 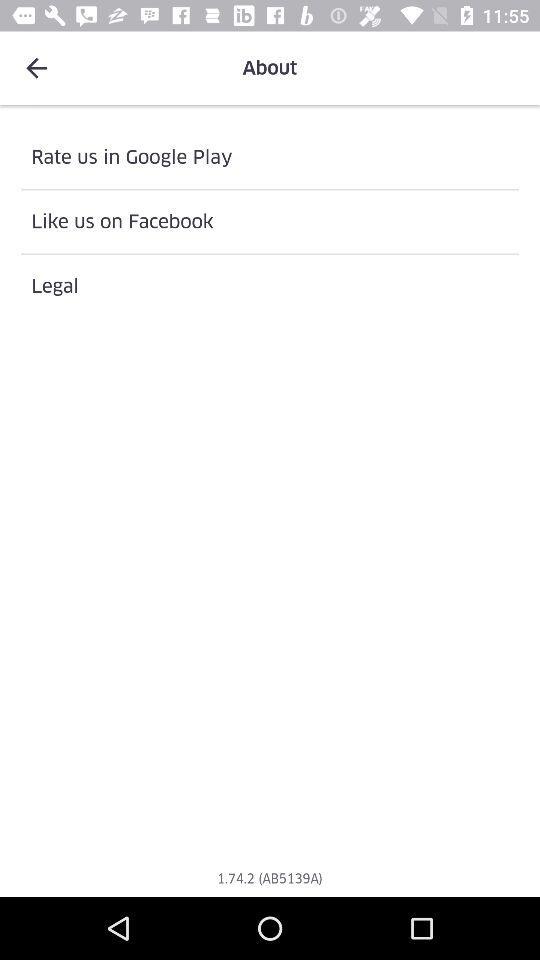 What do you see at coordinates (36, 68) in the screenshot?
I see `icon above rate us in item` at bounding box center [36, 68].